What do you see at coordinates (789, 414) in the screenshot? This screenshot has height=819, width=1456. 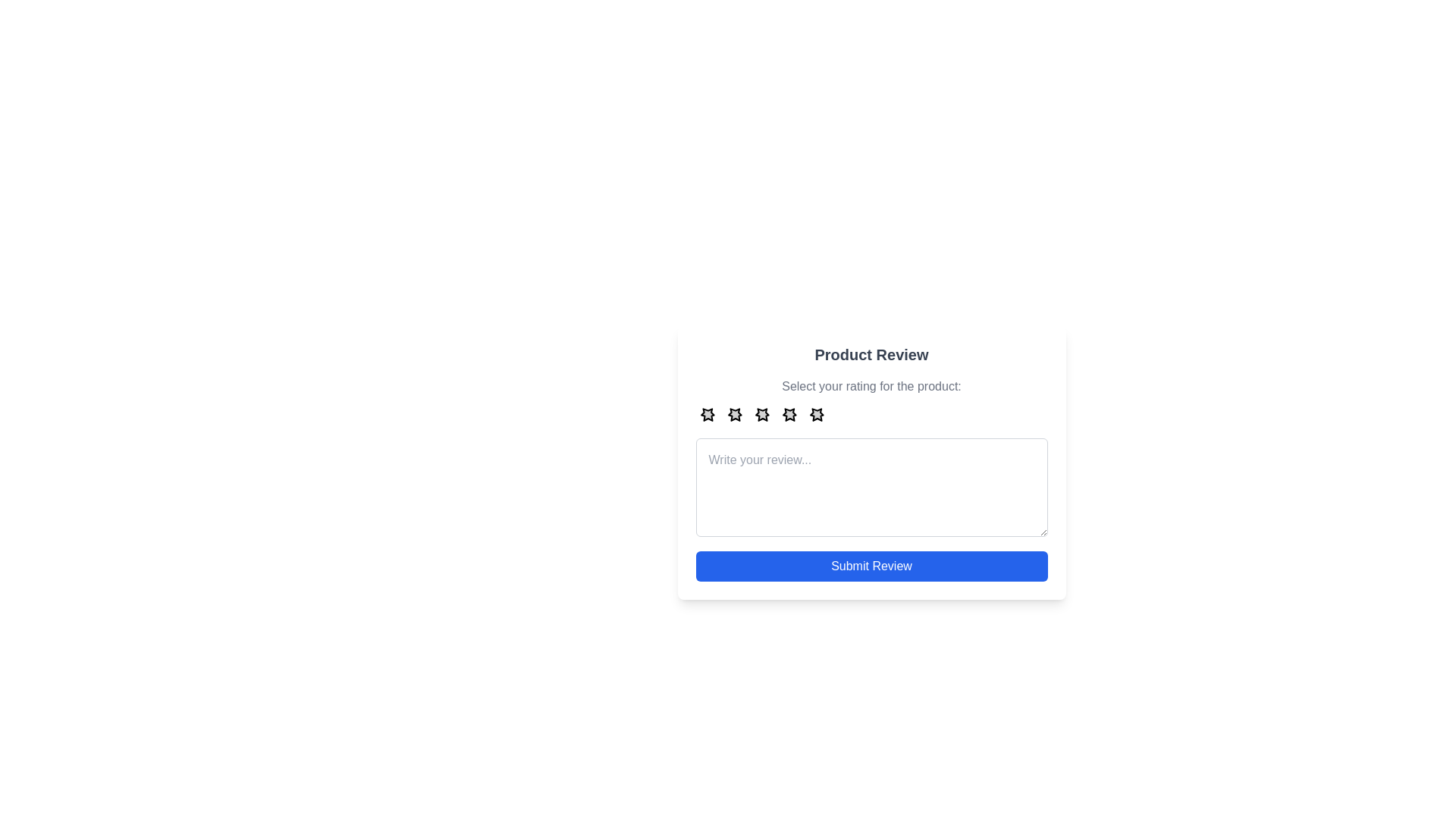 I see `the star corresponding to the rating 4 to select it` at bounding box center [789, 414].